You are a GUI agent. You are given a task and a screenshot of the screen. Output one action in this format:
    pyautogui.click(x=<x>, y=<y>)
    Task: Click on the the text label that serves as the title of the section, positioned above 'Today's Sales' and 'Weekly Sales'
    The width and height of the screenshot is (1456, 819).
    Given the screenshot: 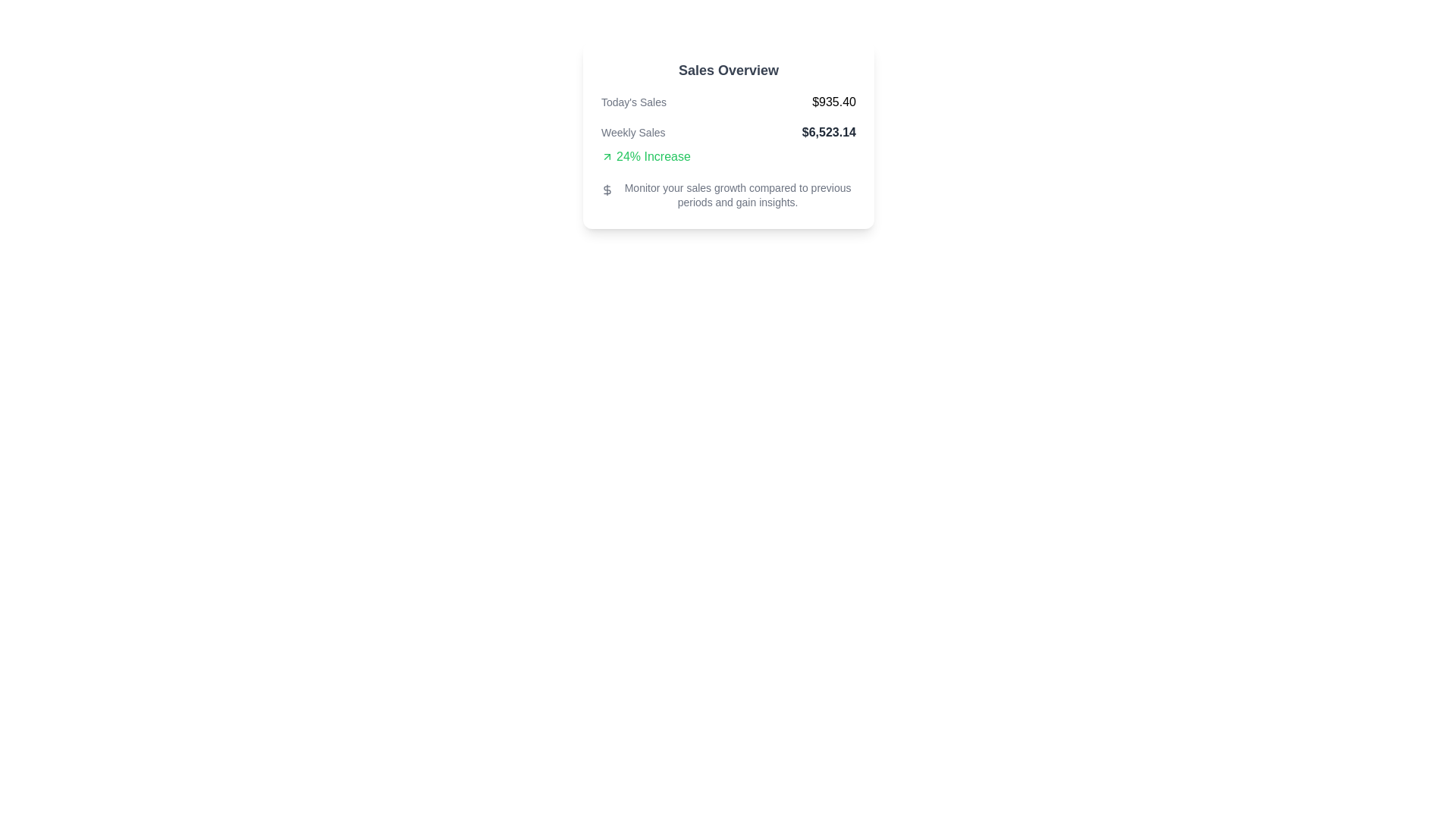 What is the action you would take?
    pyautogui.click(x=728, y=70)
    